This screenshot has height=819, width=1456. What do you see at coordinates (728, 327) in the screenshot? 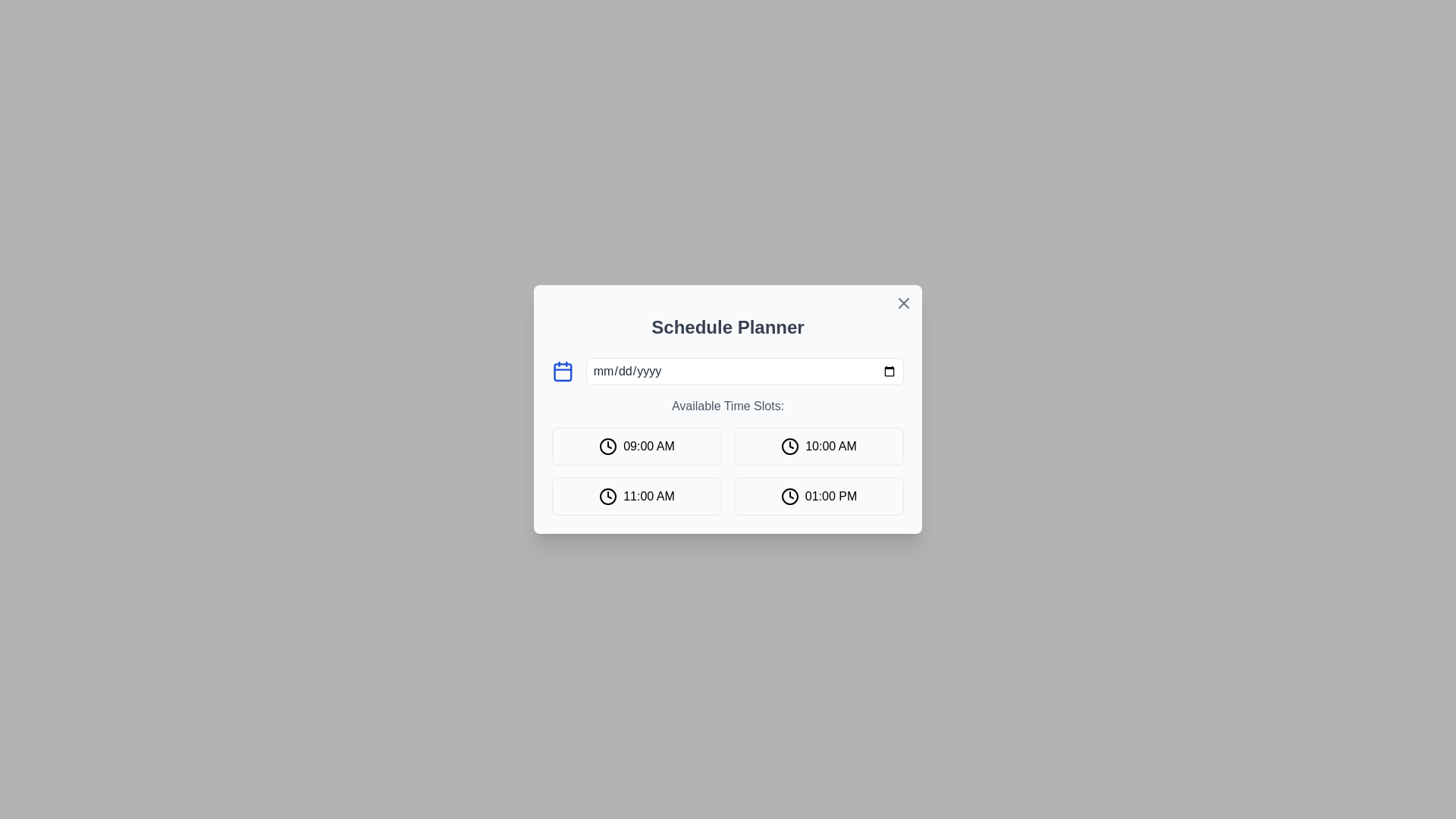
I see `the text label that serves as the title or header of the scheduling interface, which is positioned directly above the date picker field in the centered modal box` at bounding box center [728, 327].